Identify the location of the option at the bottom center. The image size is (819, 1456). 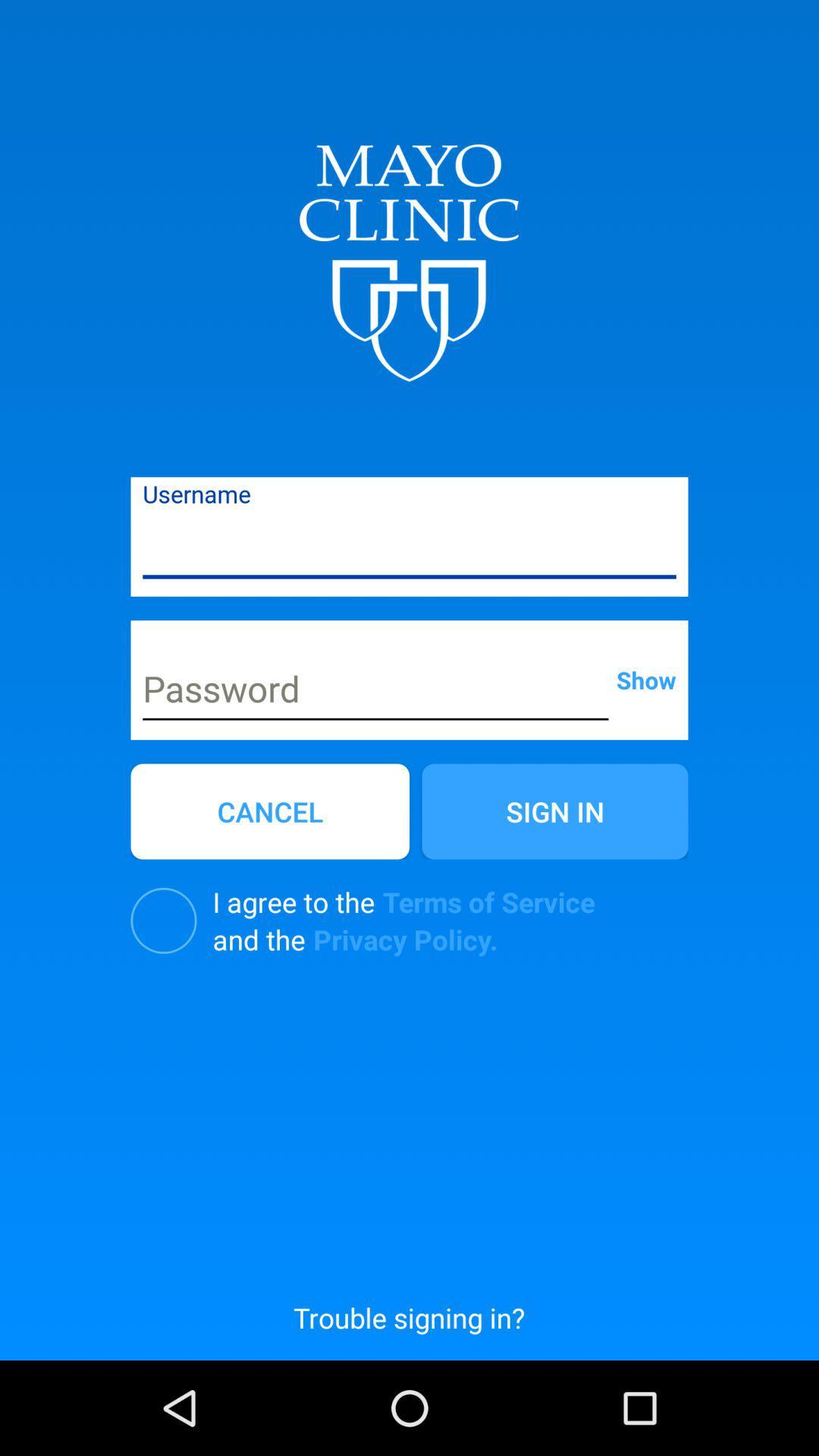
(408, 1316).